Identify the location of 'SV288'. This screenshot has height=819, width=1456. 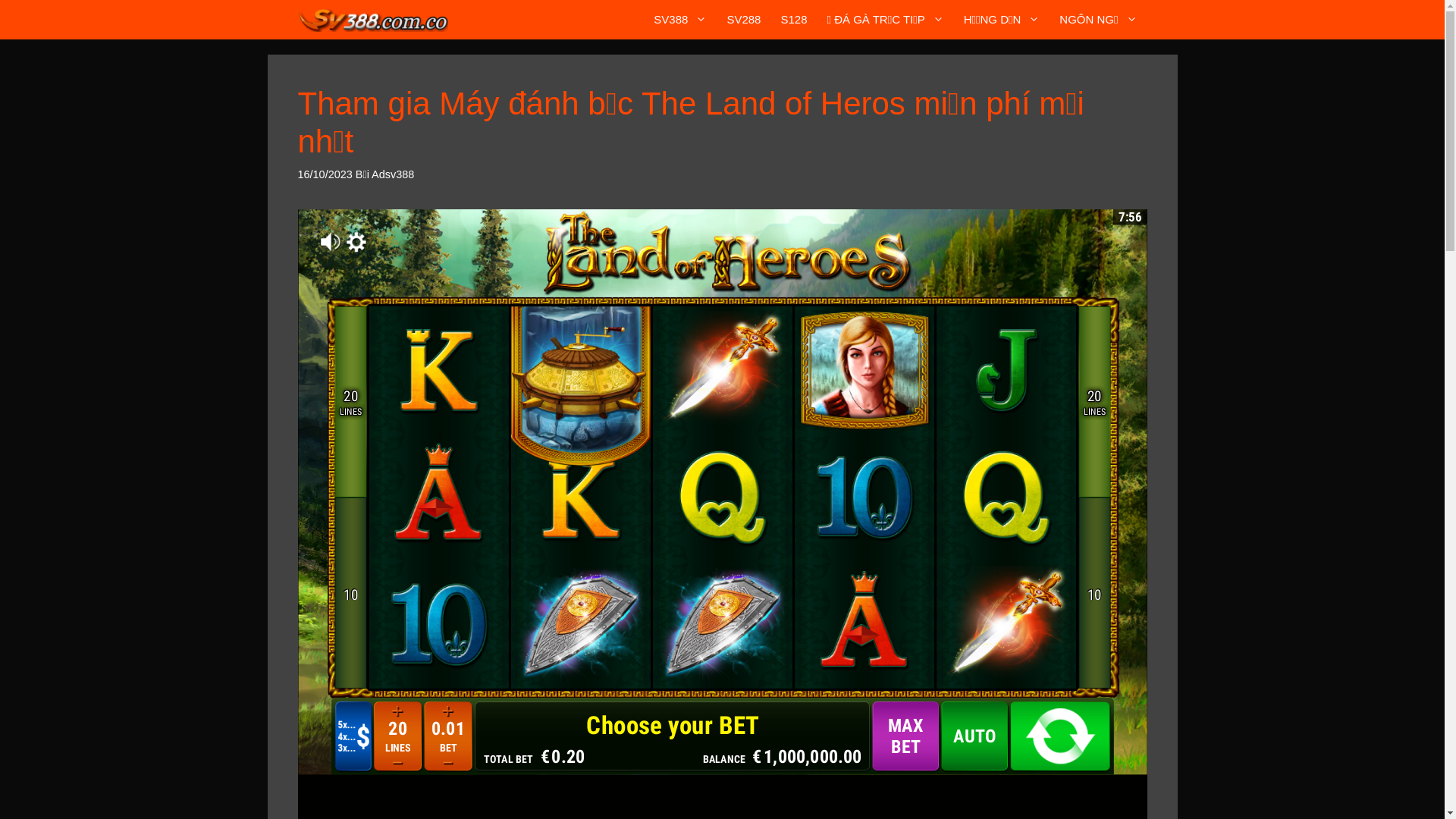
(716, 20).